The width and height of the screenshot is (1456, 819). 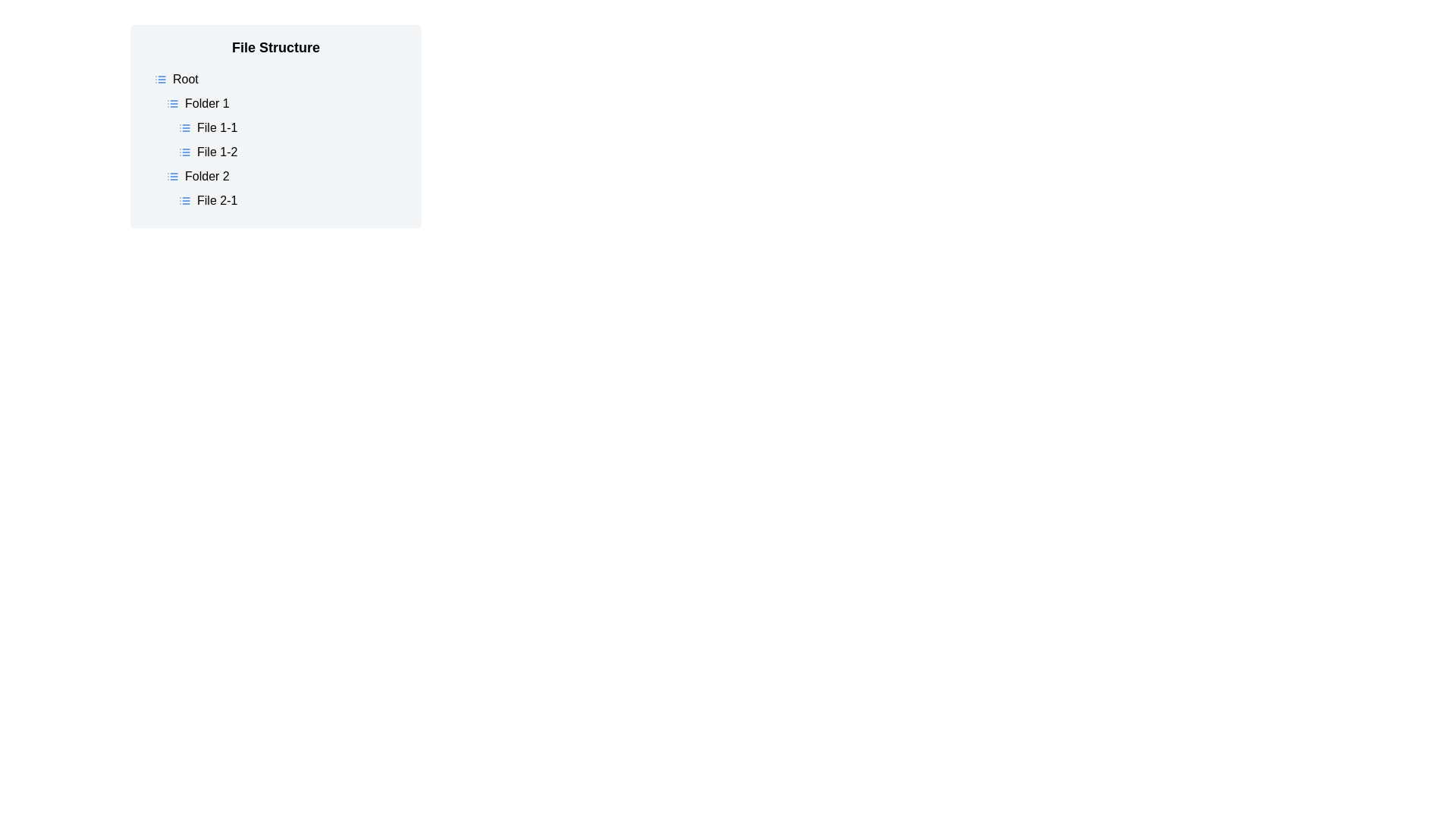 I want to click on the 'Root' label, which represents the main entry of the file tree structure, located under the 'File Structure' header, so click(x=184, y=79).